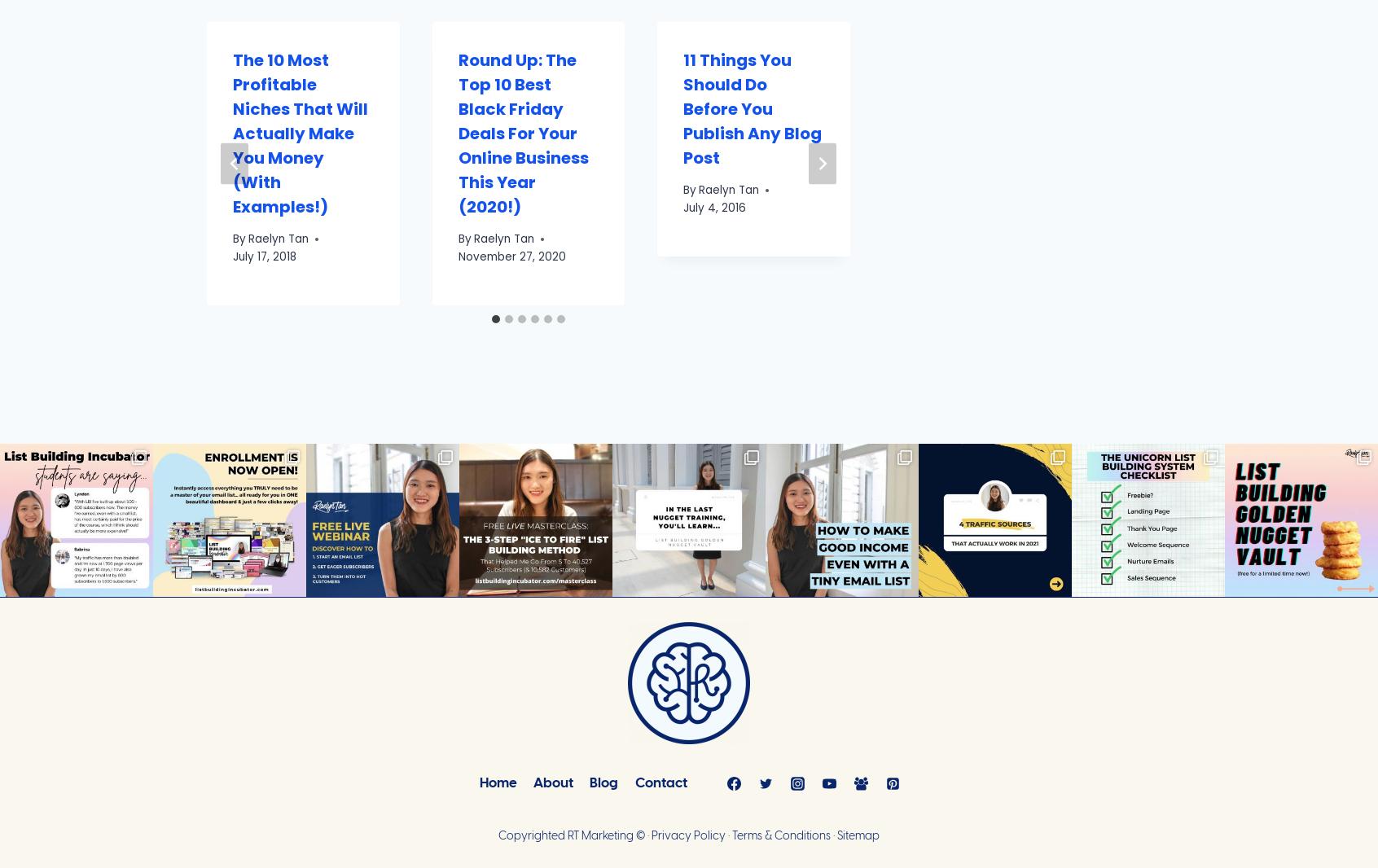  Describe the element at coordinates (264, 256) in the screenshot. I see `'July 17, 2018'` at that location.